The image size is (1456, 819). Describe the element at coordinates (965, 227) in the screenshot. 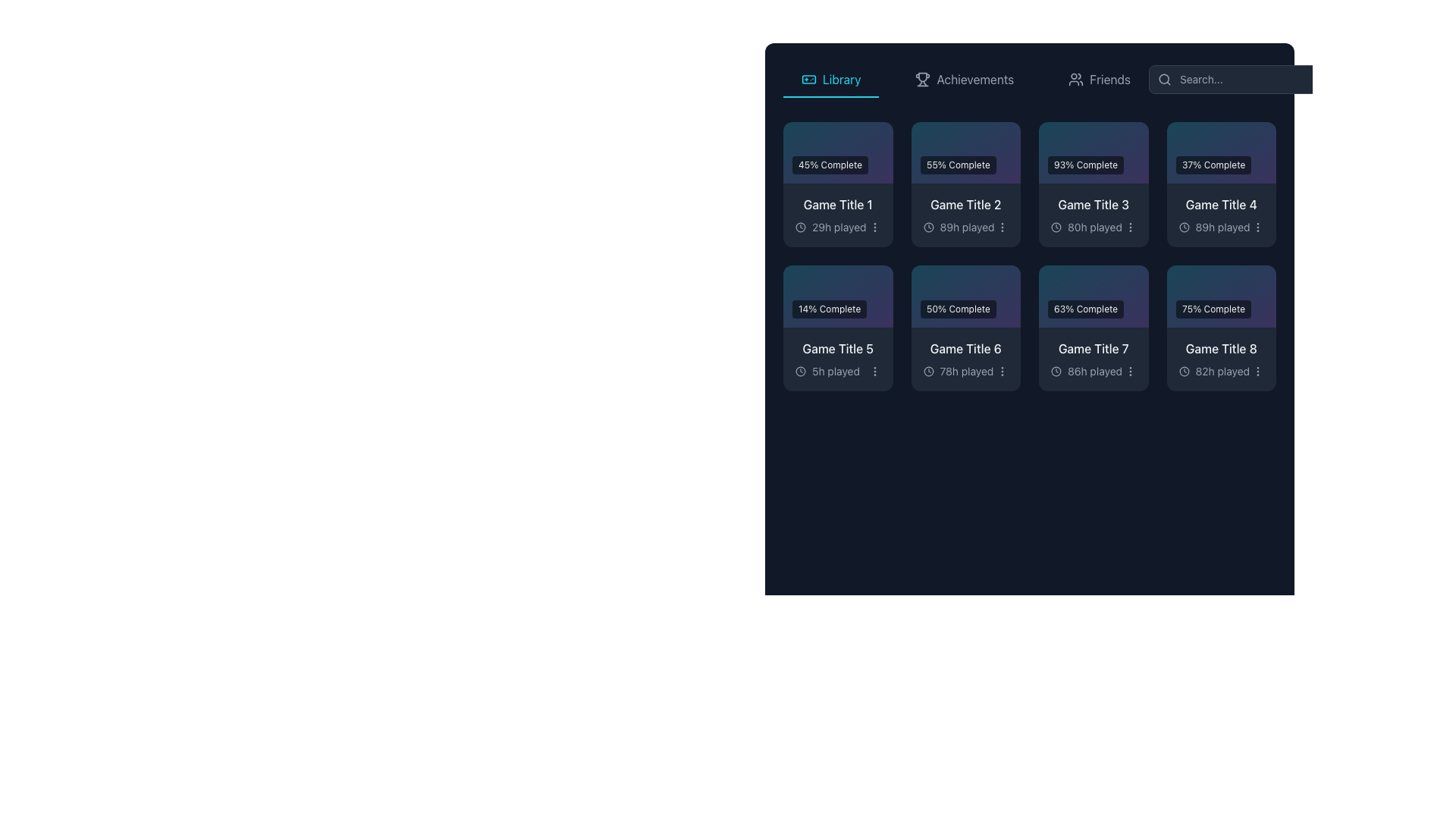

I see `the text display showing total hours played for 'Game Title 2', positioned below the game title in the card layout` at that location.